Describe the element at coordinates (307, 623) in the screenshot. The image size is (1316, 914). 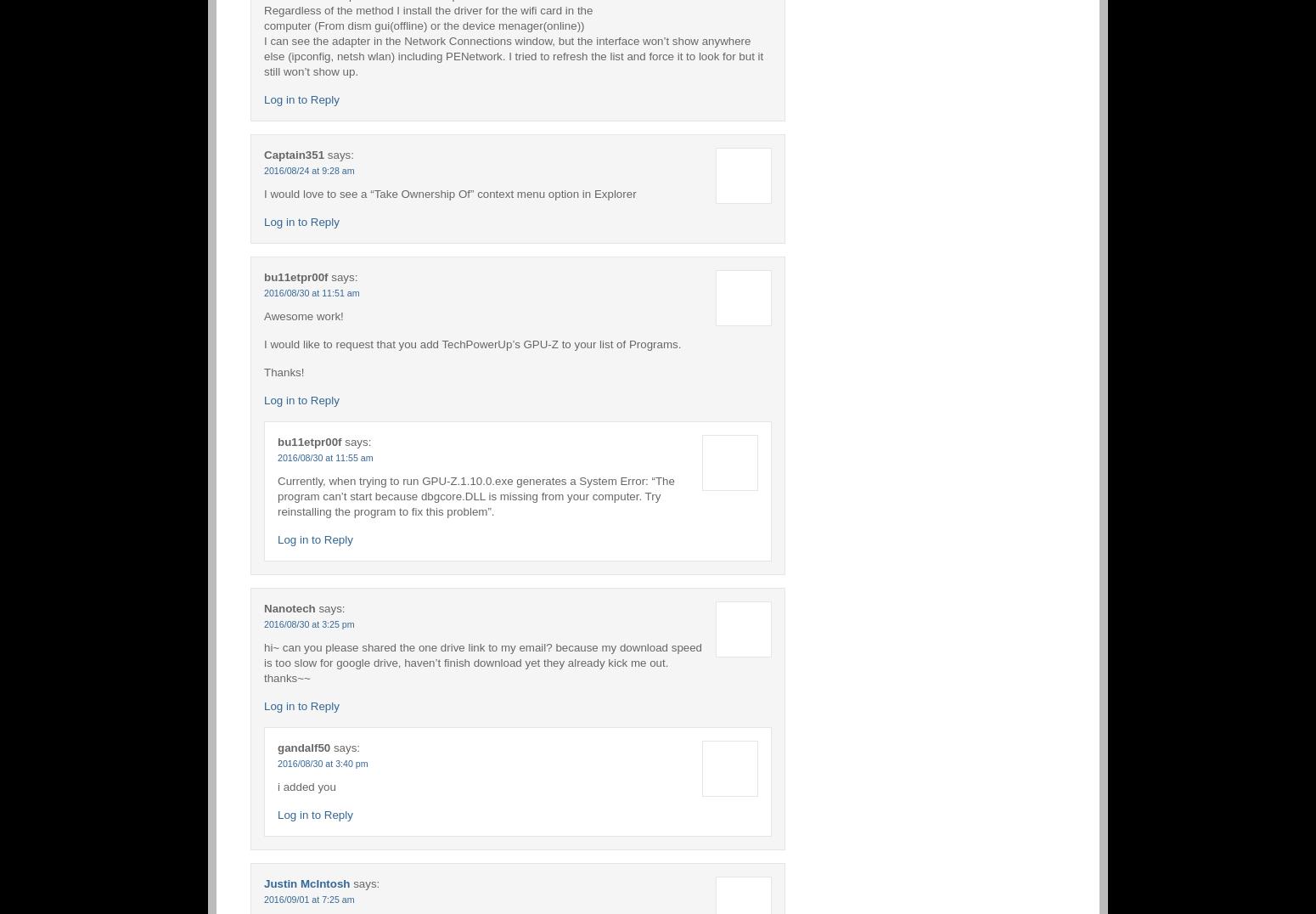
I see `'2016/08/30 at 3:25 pm'` at that location.